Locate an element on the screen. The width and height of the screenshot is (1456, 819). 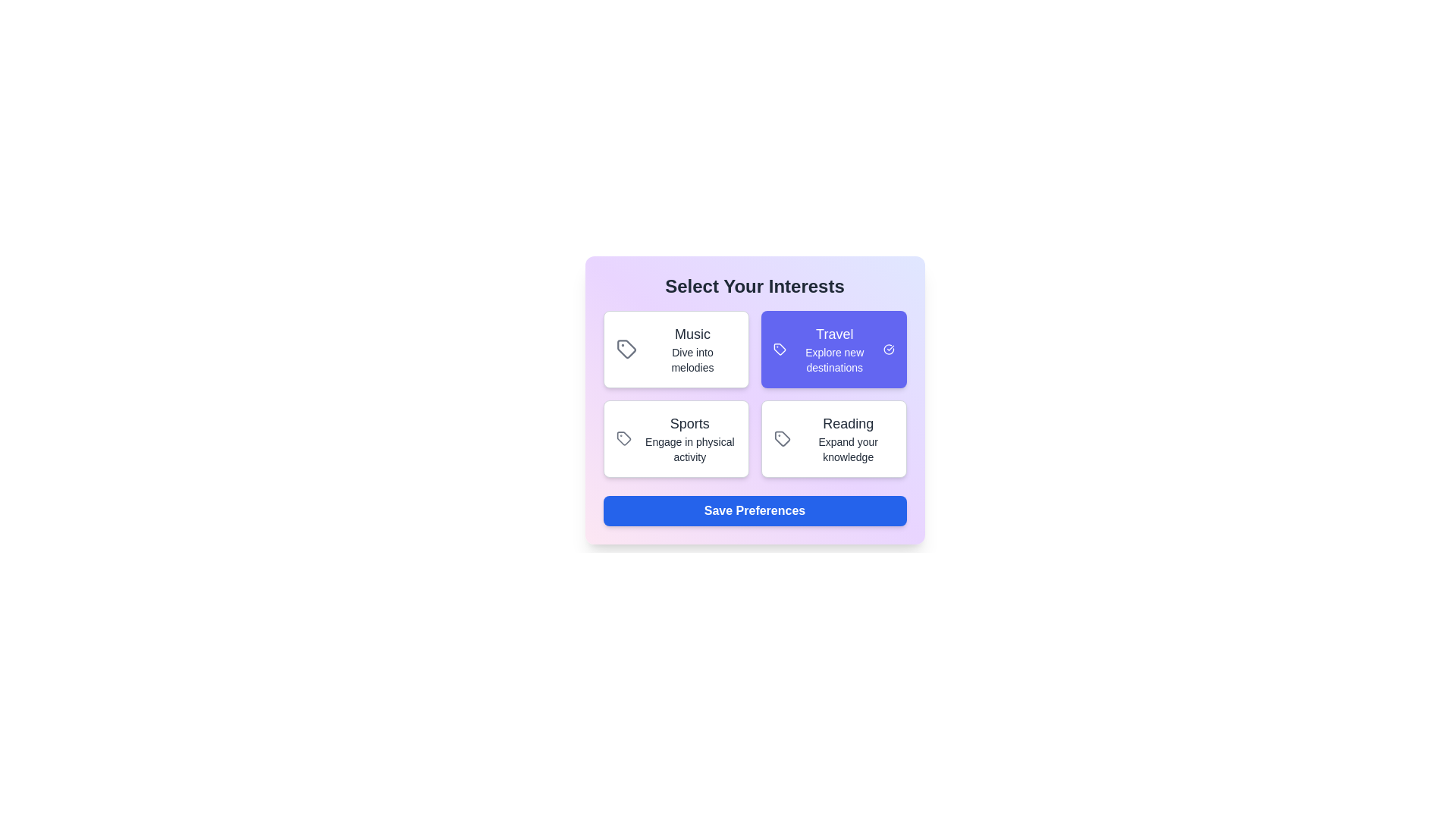
the interest card labeled Sports is located at coordinates (675, 438).